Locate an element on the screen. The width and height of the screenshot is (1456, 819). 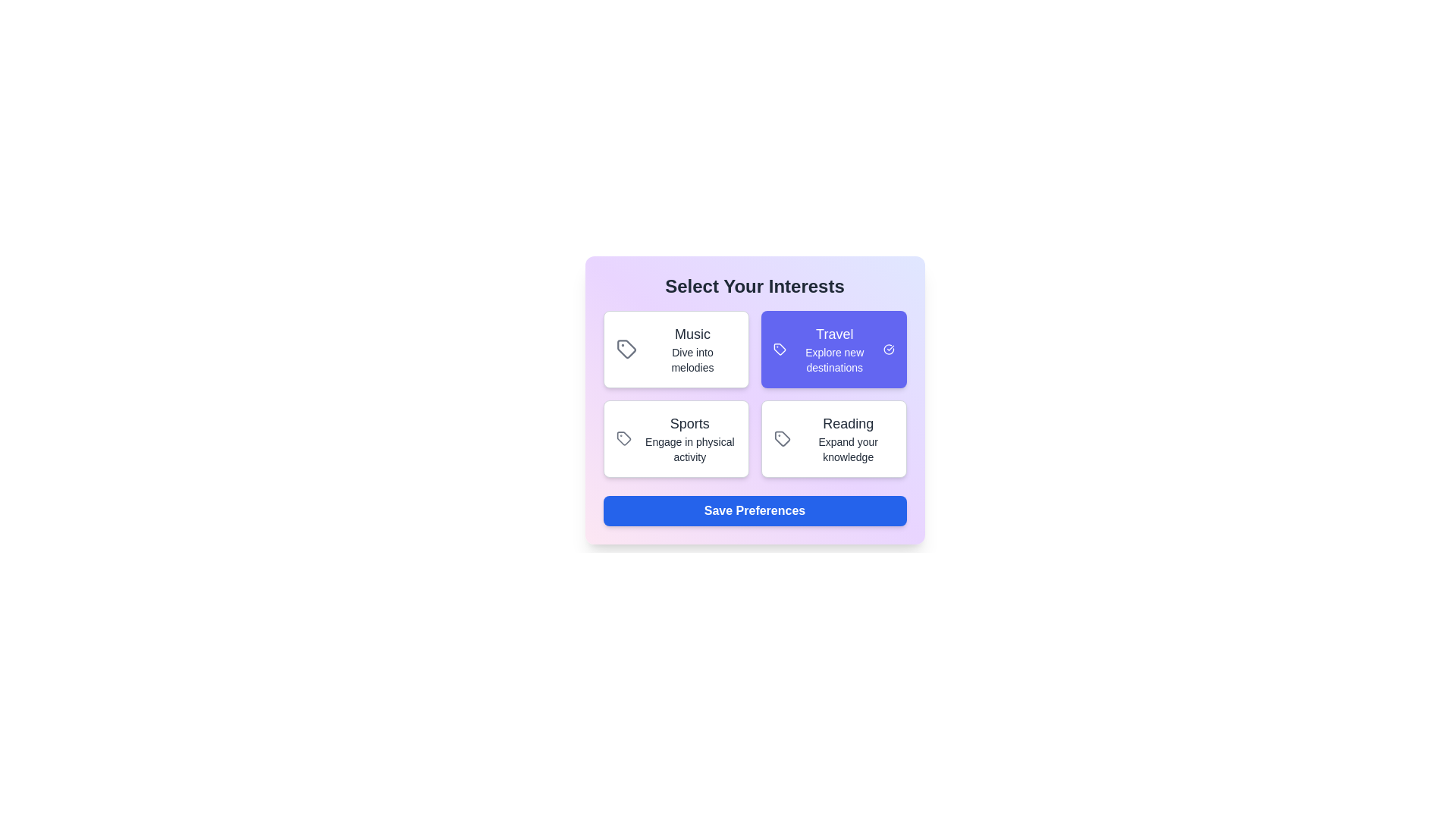
the interest card labeled Sports is located at coordinates (675, 438).